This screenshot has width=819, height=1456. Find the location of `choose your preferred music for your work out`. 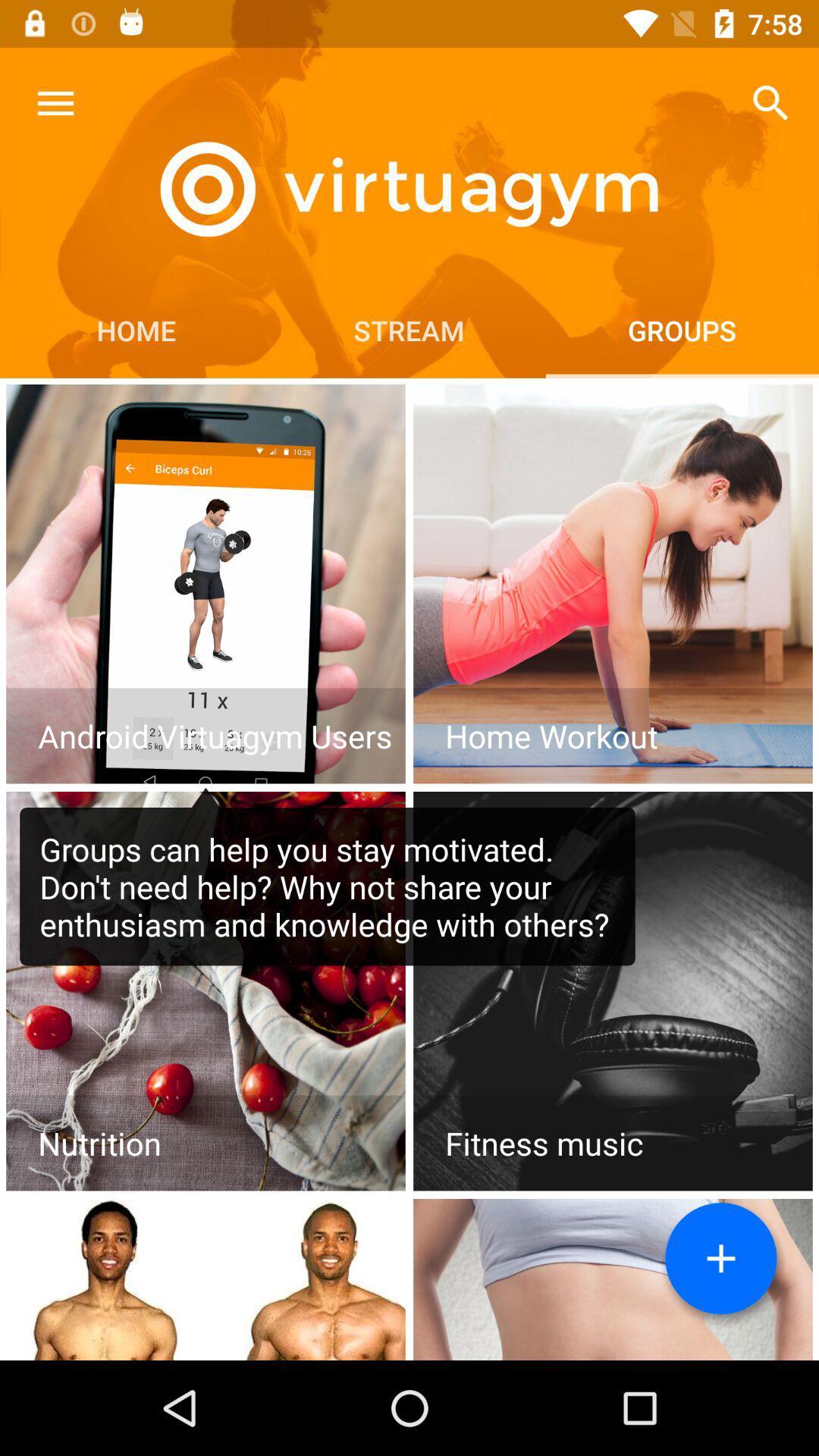

choose your preferred music for your work out is located at coordinates (612, 991).